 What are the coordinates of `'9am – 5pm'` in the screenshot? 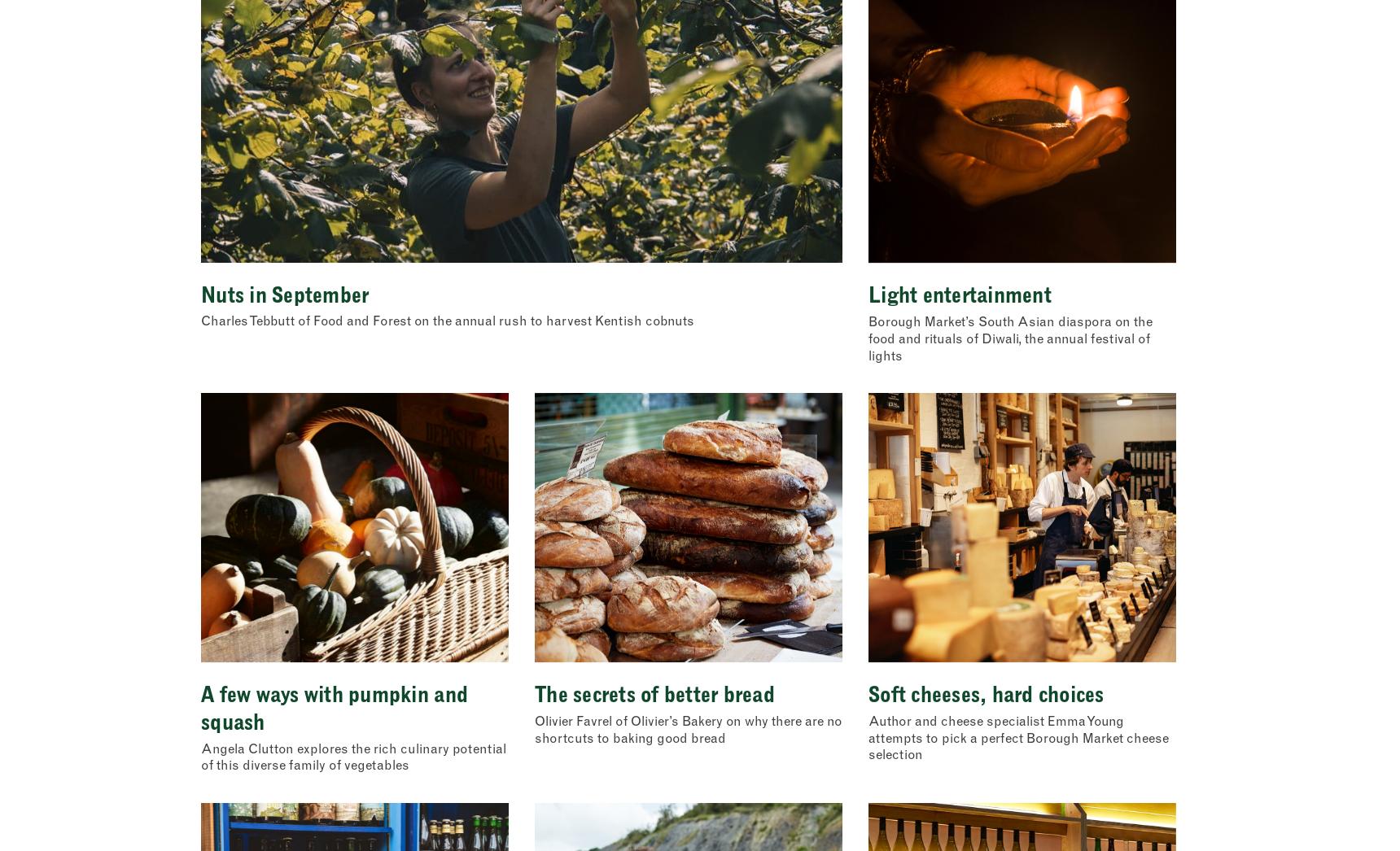 It's located at (762, 49).